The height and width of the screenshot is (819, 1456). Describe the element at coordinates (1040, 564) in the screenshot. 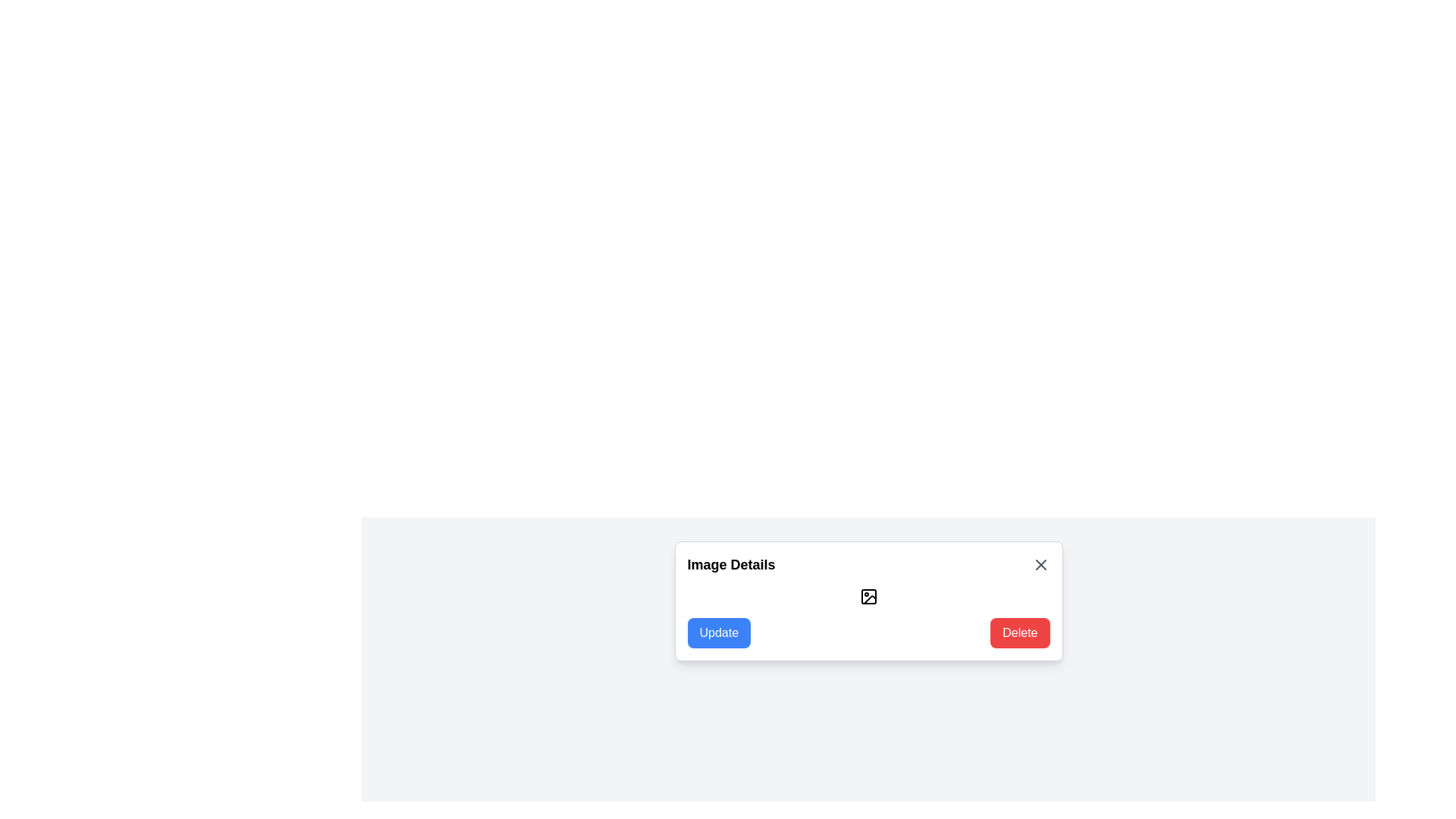

I see `the close button in the 'Image Details' modal` at that location.